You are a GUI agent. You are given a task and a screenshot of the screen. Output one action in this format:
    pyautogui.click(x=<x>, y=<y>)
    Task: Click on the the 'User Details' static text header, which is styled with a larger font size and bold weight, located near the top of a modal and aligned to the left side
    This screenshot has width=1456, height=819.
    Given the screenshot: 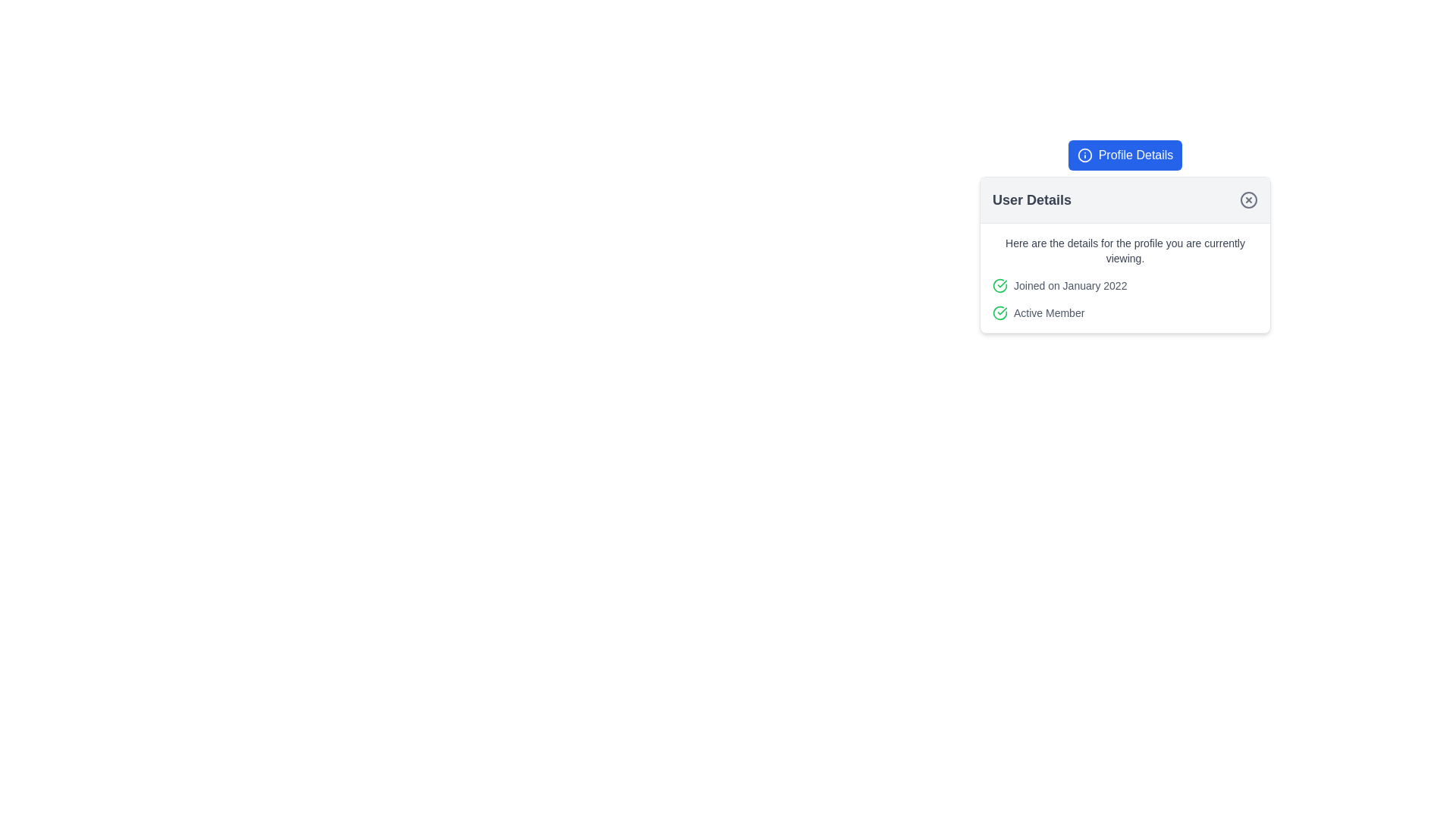 What is the action you would take?
    pyautogui.click(x=1031, y=199)
    